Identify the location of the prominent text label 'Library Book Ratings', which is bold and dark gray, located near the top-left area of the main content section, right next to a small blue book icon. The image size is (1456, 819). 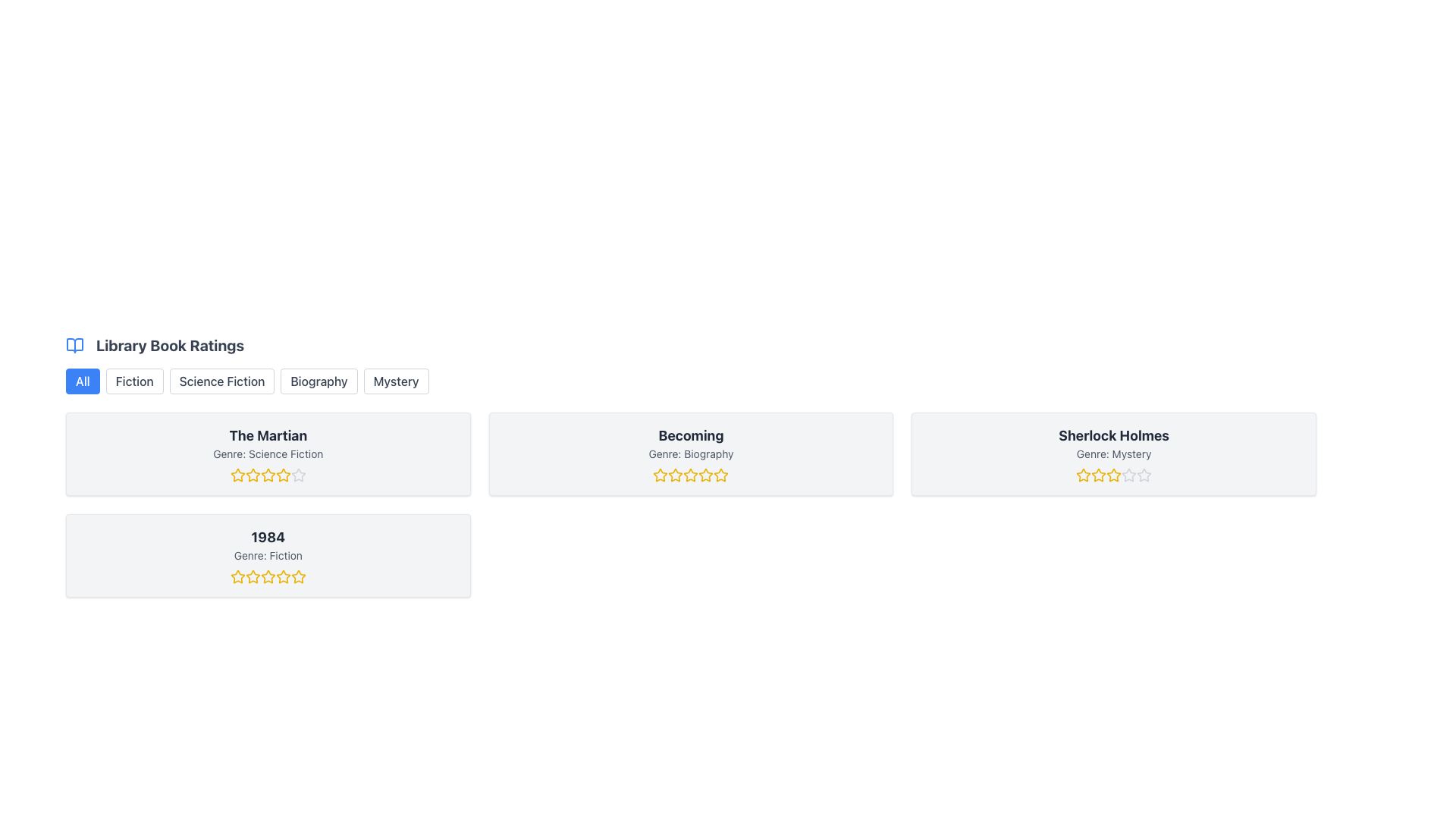
(170, 345).